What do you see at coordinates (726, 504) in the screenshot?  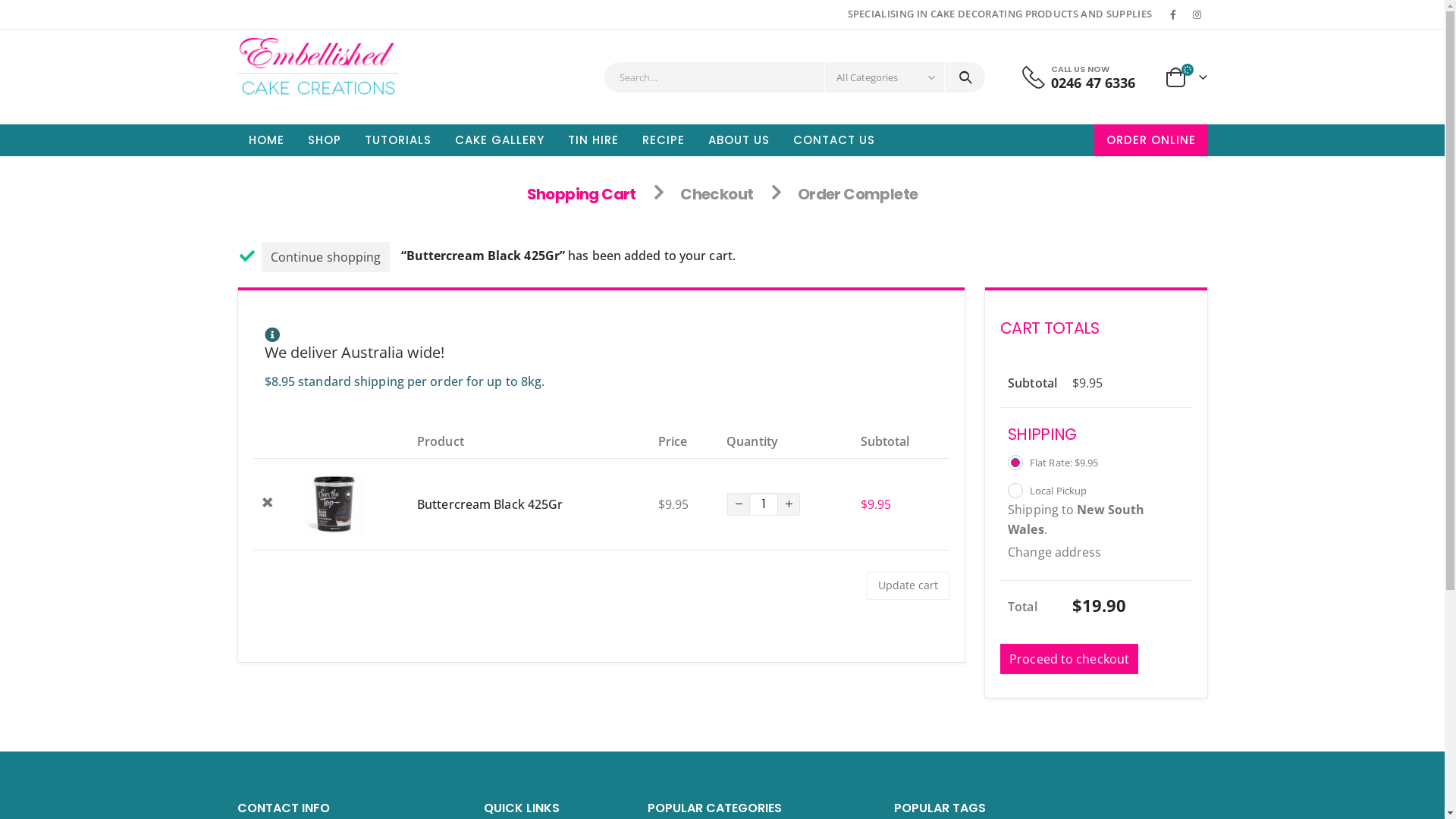 I see `'-'` at bounding box center [726, 504].